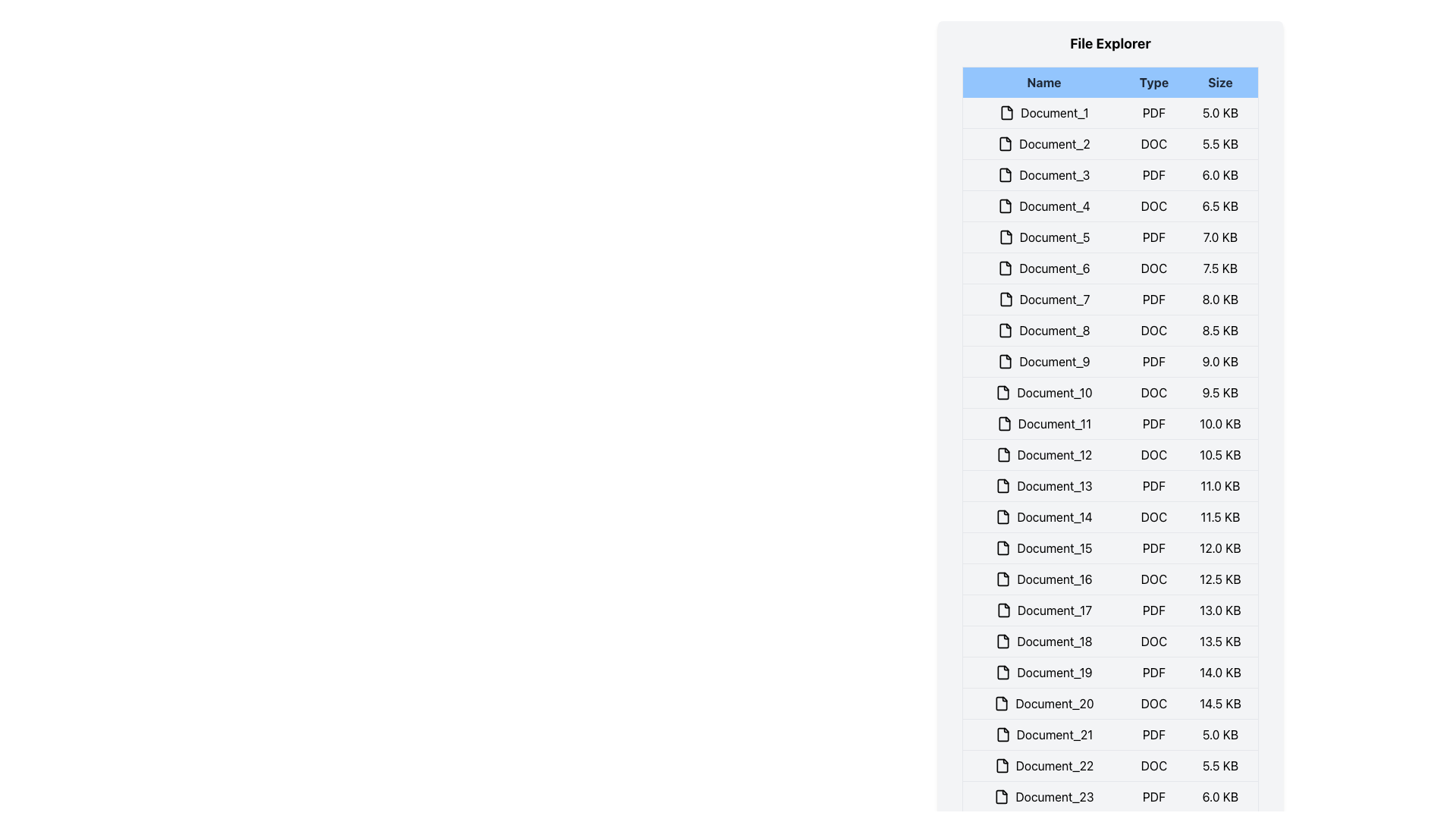  I want to click on the gray document outline icon located to the left of the filename 'Document_1' in the file list interface, so click(1007, 112).